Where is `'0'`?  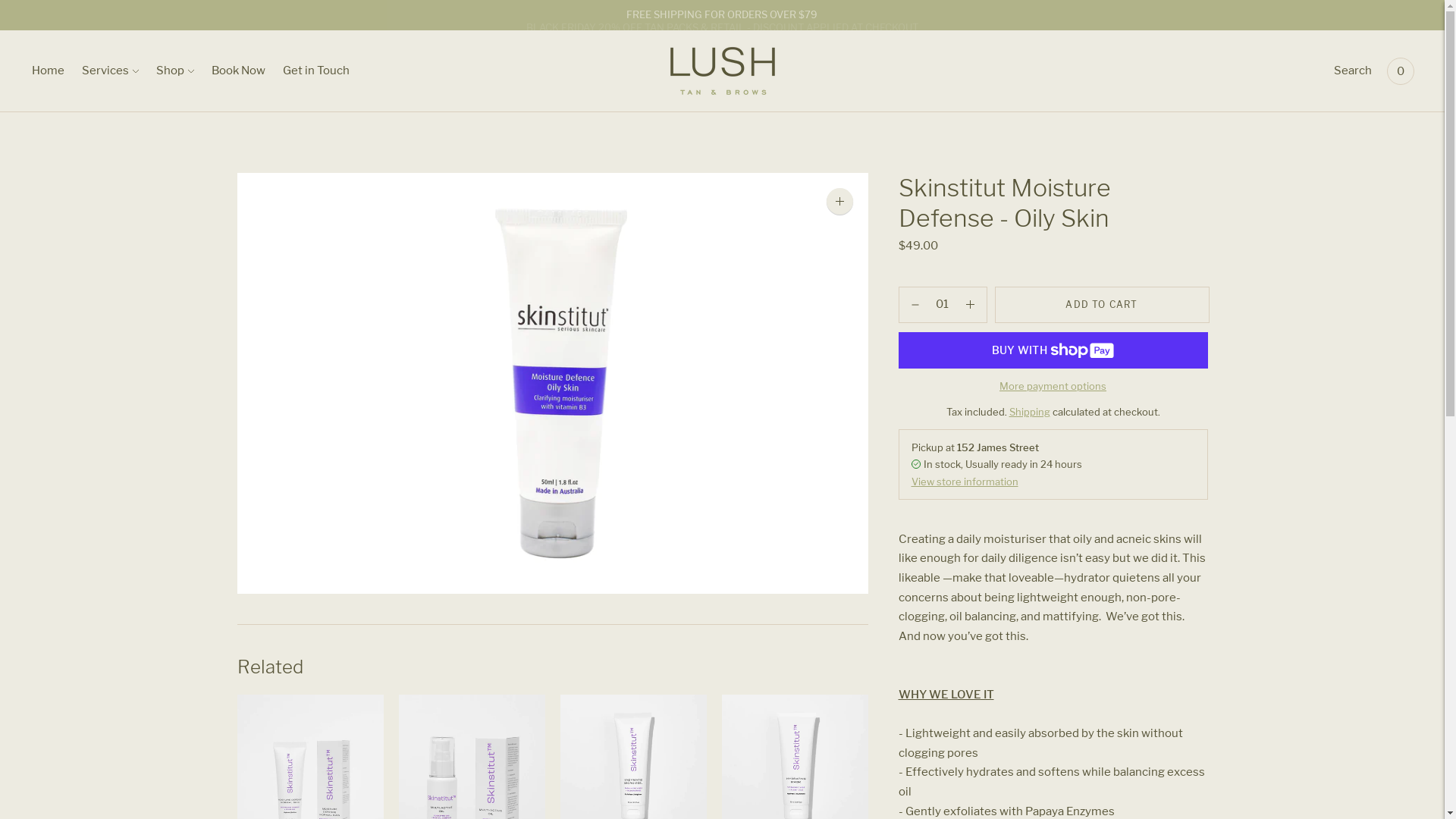
'0' is located at coordinates (1400, 71).